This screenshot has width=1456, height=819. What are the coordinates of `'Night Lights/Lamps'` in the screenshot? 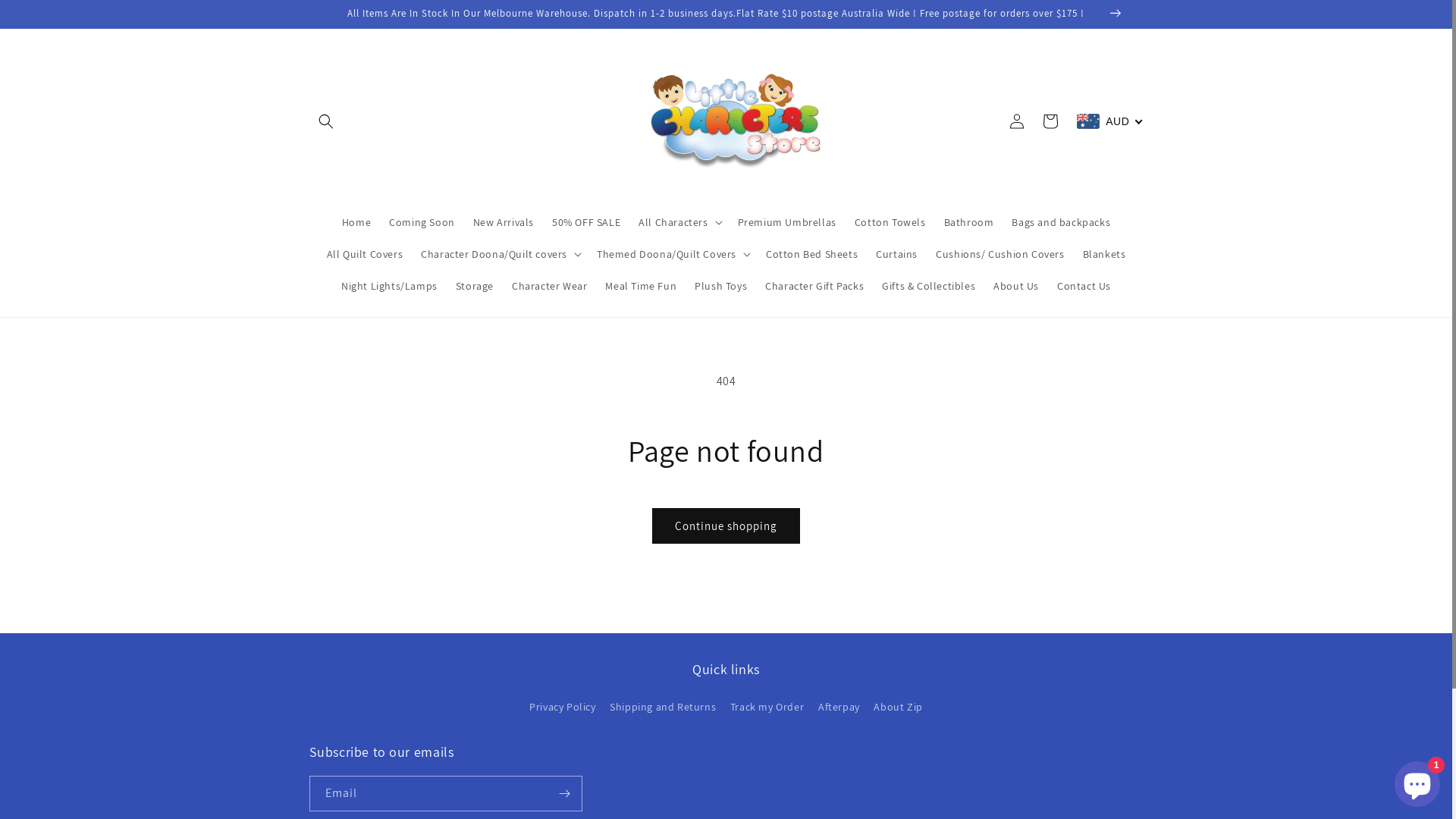 It's located at (389, 286).